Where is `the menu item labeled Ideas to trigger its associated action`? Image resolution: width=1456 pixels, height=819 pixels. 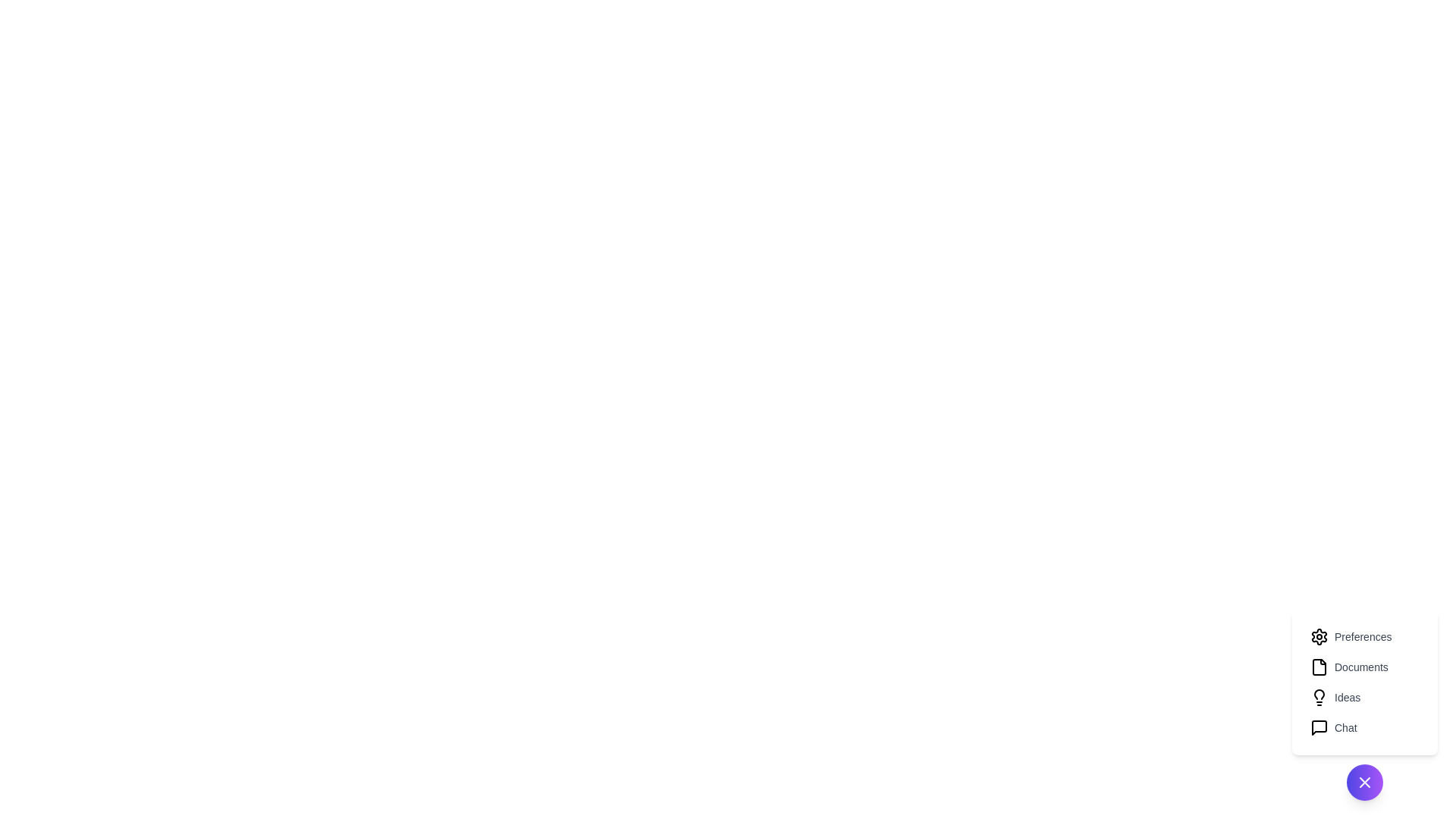 the menu item labeled Ideas to trigger its associated action is located at coordinates (1365, 698).